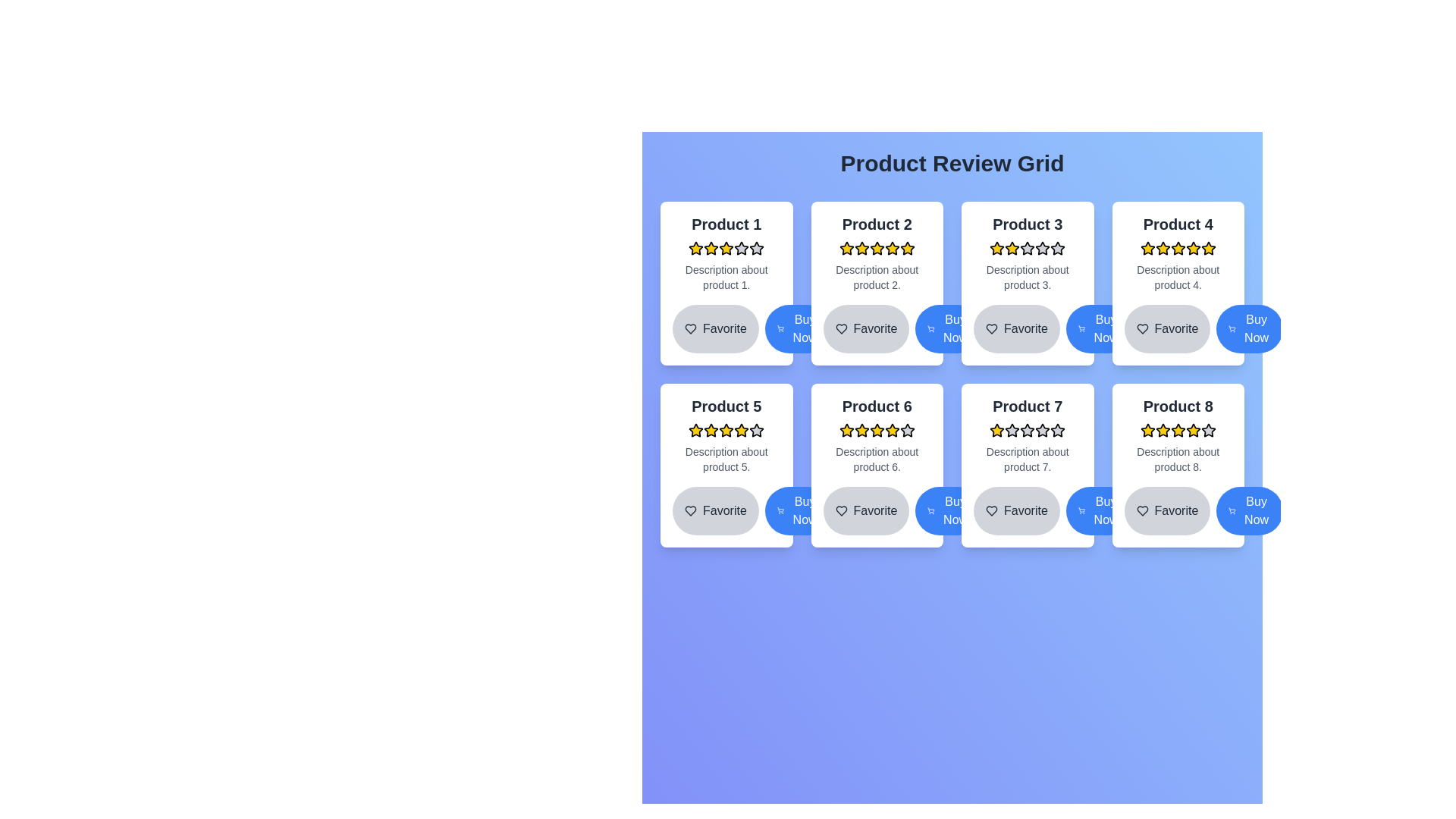  I want to click on the first star icon in the five-star rating system for 'Product 6' to initiate or modify a rating, so click(846, 430).